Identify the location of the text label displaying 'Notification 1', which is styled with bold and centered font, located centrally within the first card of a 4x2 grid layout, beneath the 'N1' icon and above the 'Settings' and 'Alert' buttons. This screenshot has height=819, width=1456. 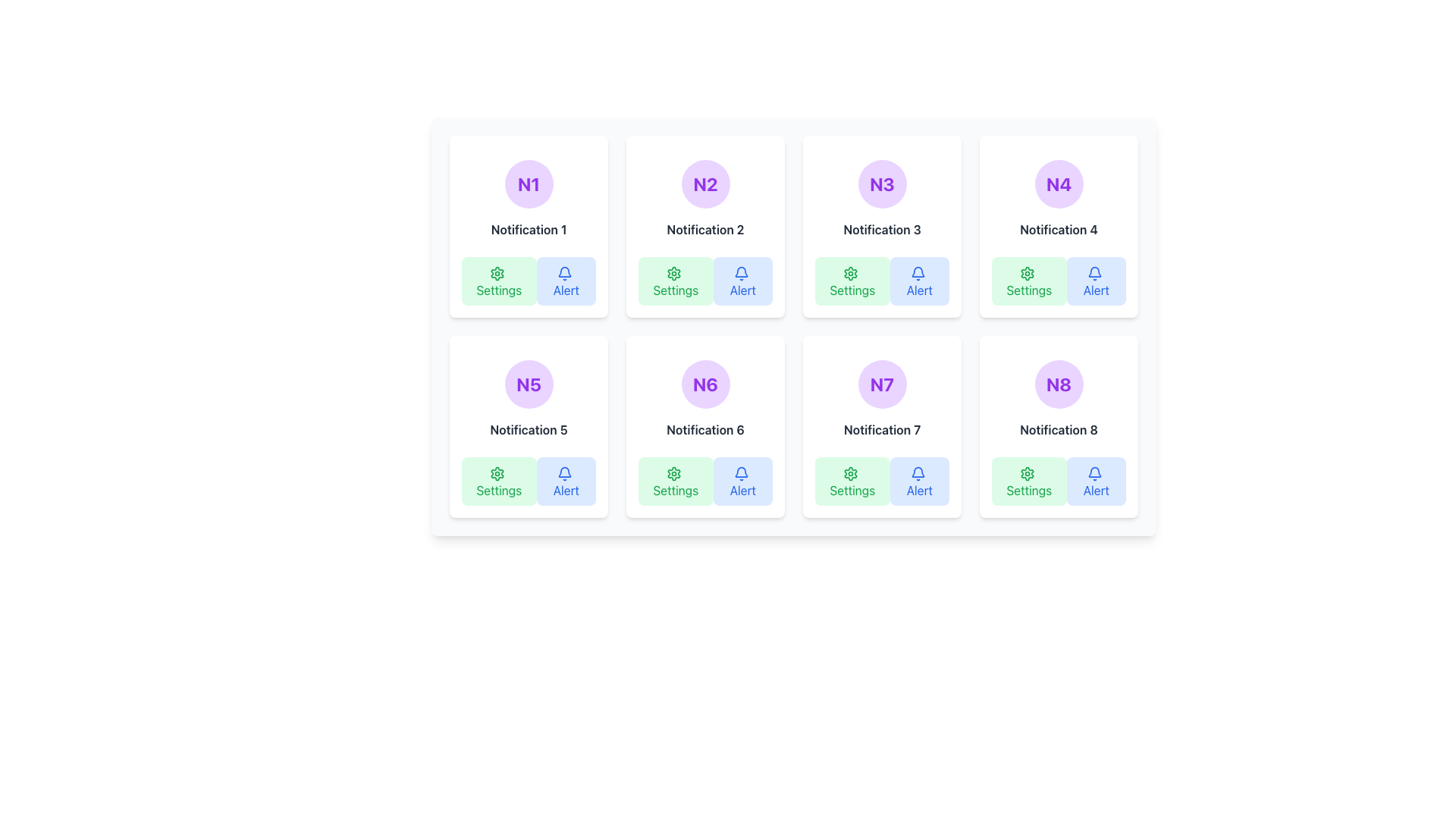
(529, 230).